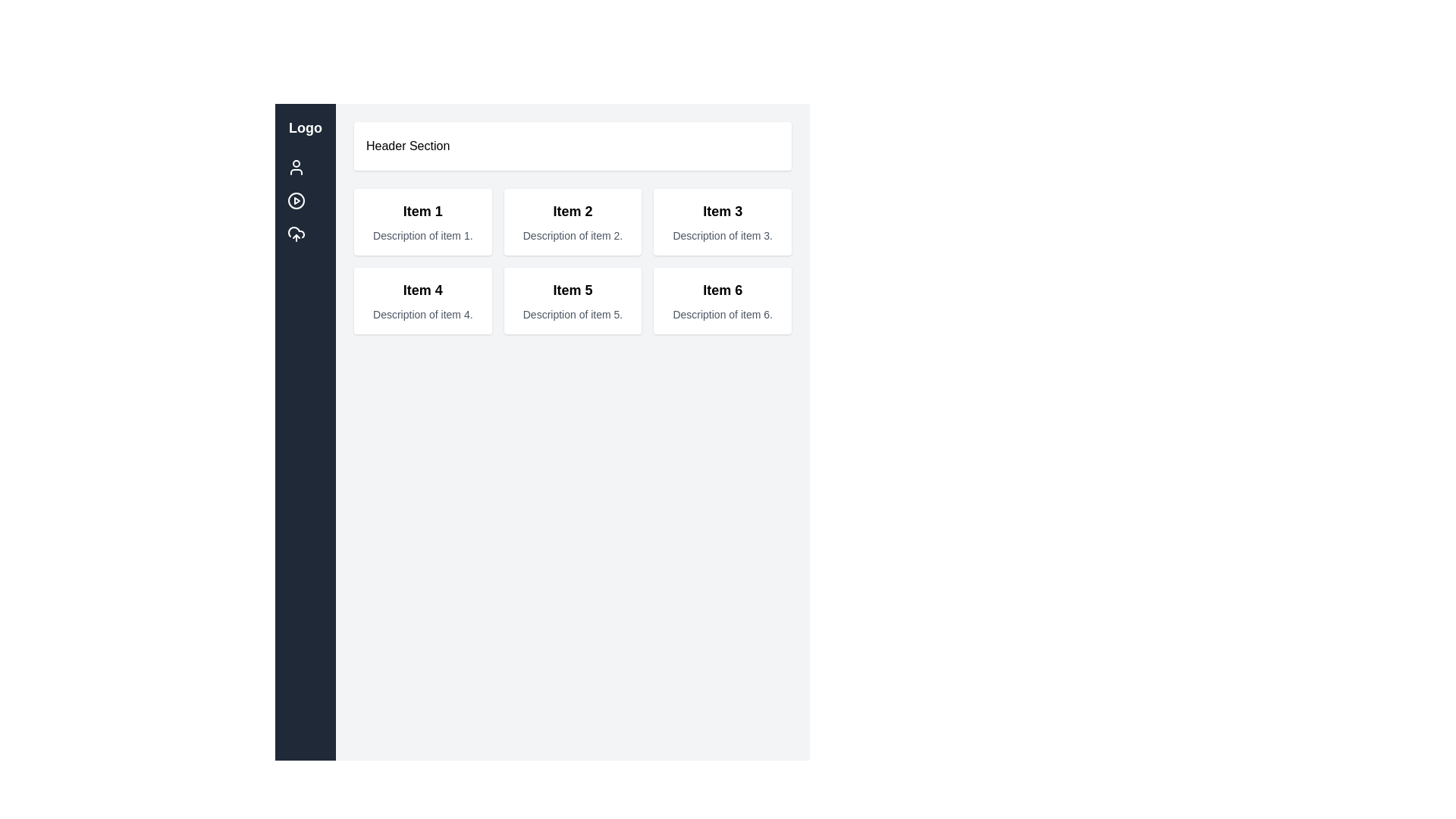  I want to click on the content of each item in the structured grid layout containing six items with titles and descriptions, located below the 'Header Section', so click(572, 260).